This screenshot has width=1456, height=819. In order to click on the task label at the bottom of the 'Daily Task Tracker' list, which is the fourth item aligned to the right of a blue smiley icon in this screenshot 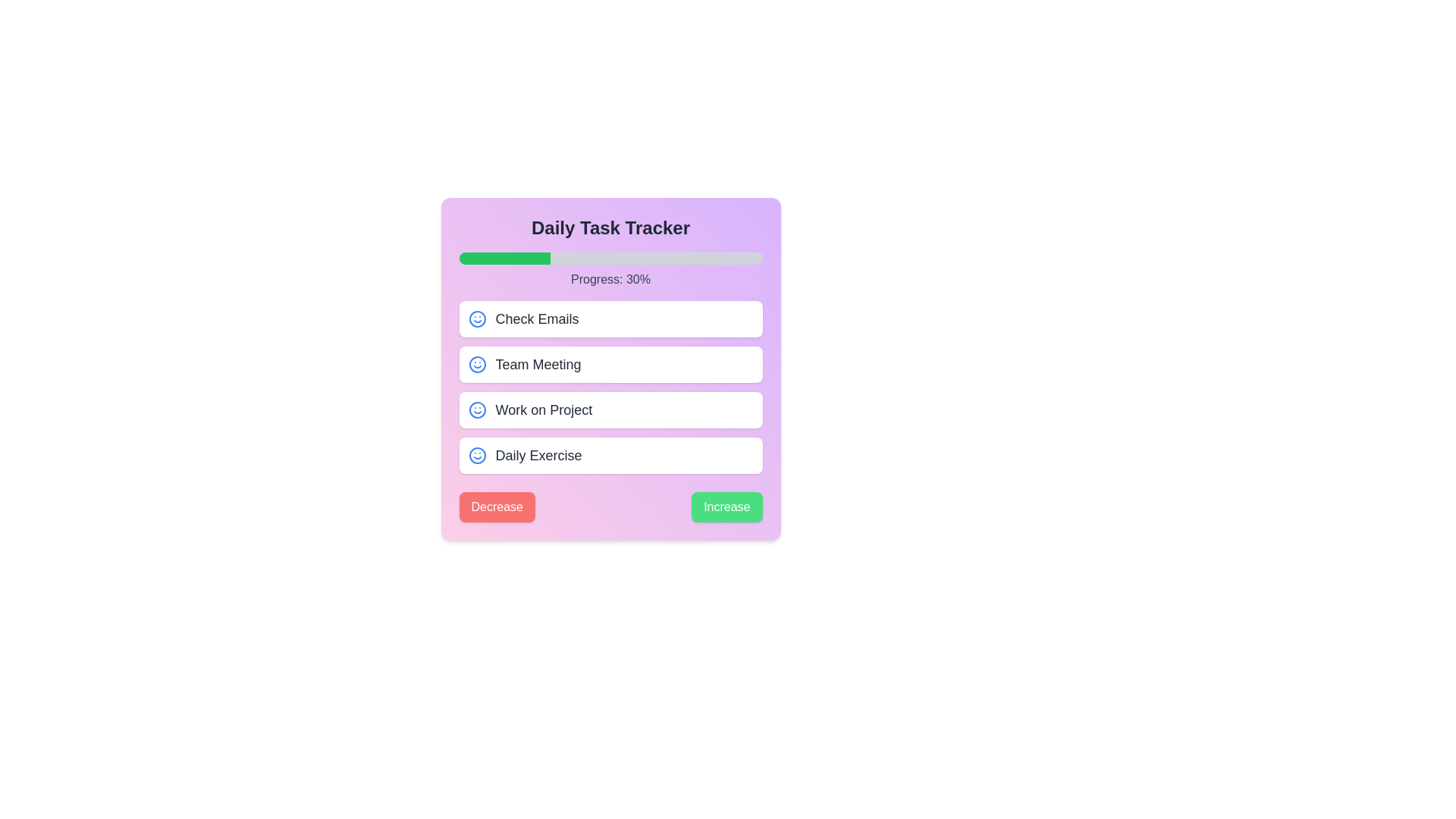, I will do `click(538, 455)`.